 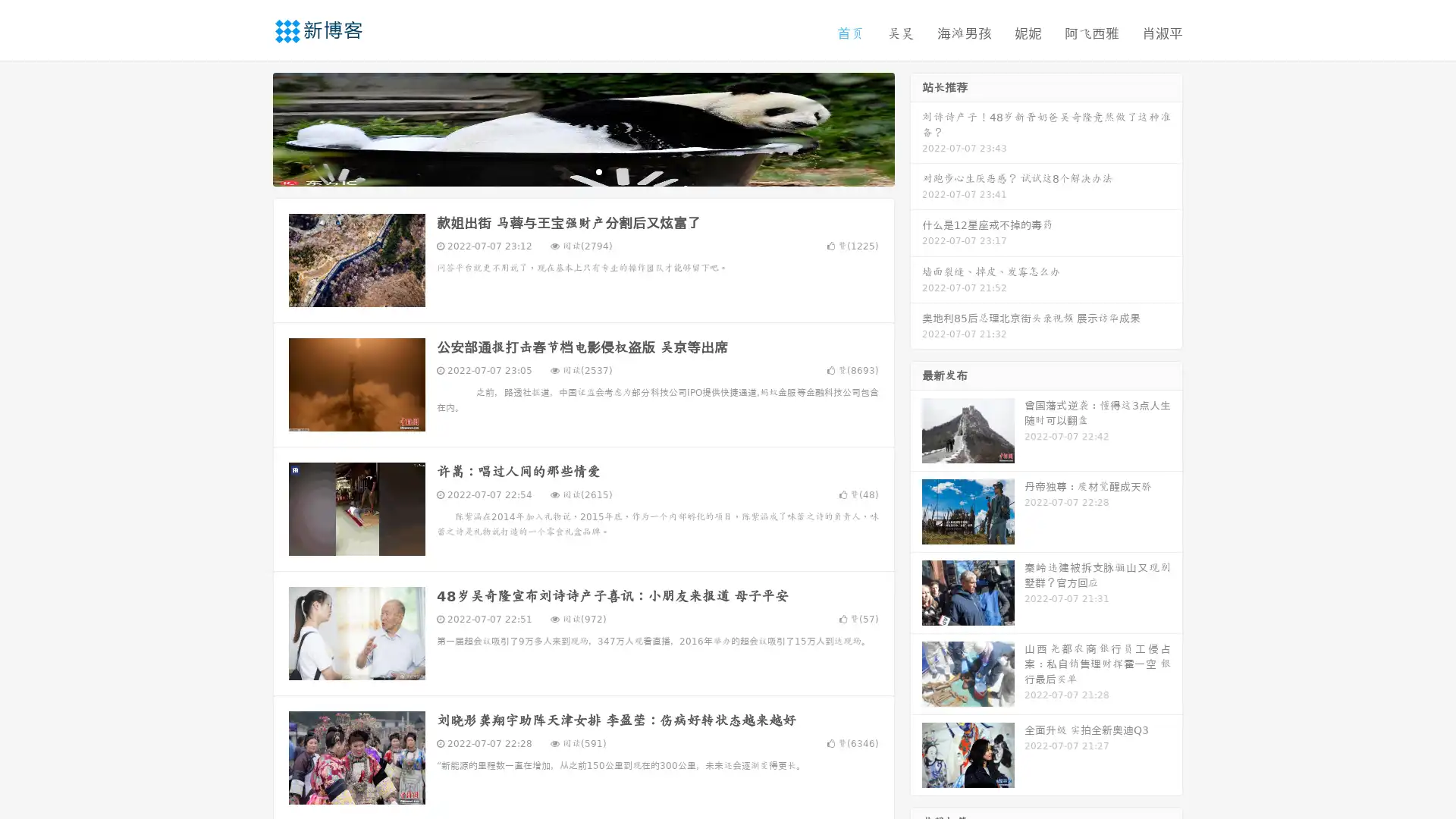 I want to click on Go to slide 3, so click(x=598, y=171).